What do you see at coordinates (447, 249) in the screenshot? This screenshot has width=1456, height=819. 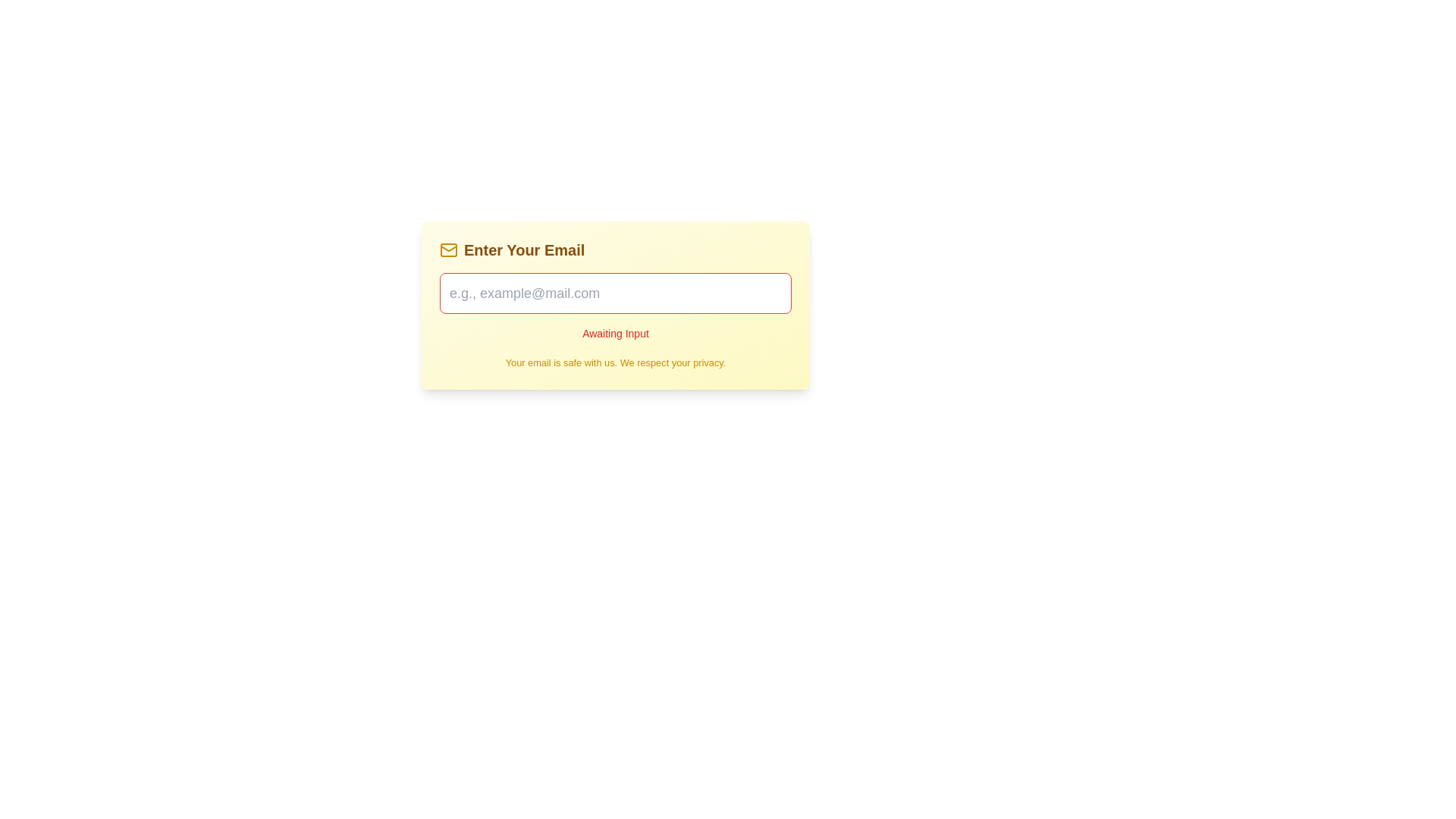 I see `the bottom rectangle component of the envelope icon, which is located at the top-left corner of the email input field section next to the label 'Enter Your Email'` at bounding box center [447, 249].